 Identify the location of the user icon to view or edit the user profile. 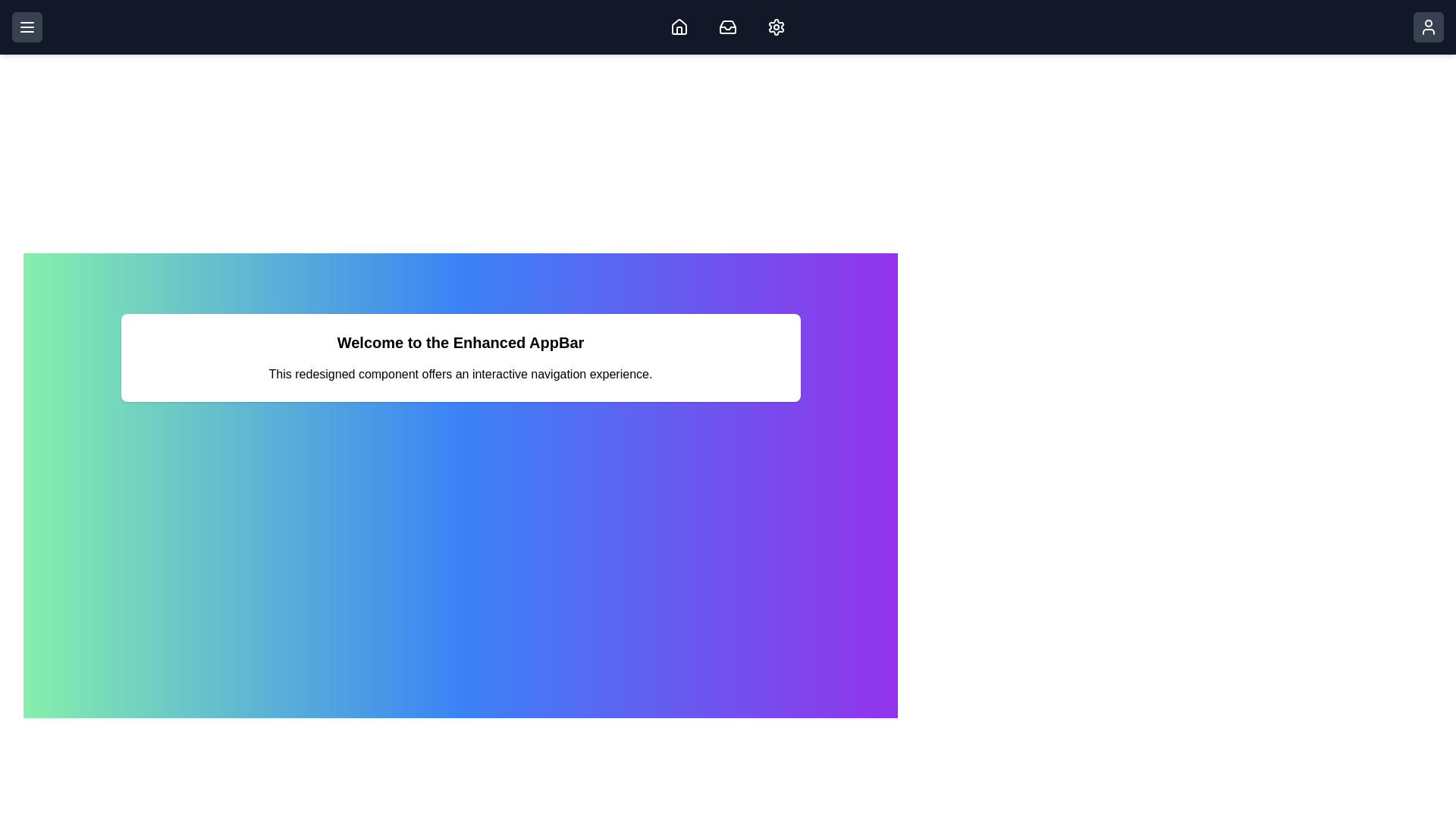
(1427, 27).